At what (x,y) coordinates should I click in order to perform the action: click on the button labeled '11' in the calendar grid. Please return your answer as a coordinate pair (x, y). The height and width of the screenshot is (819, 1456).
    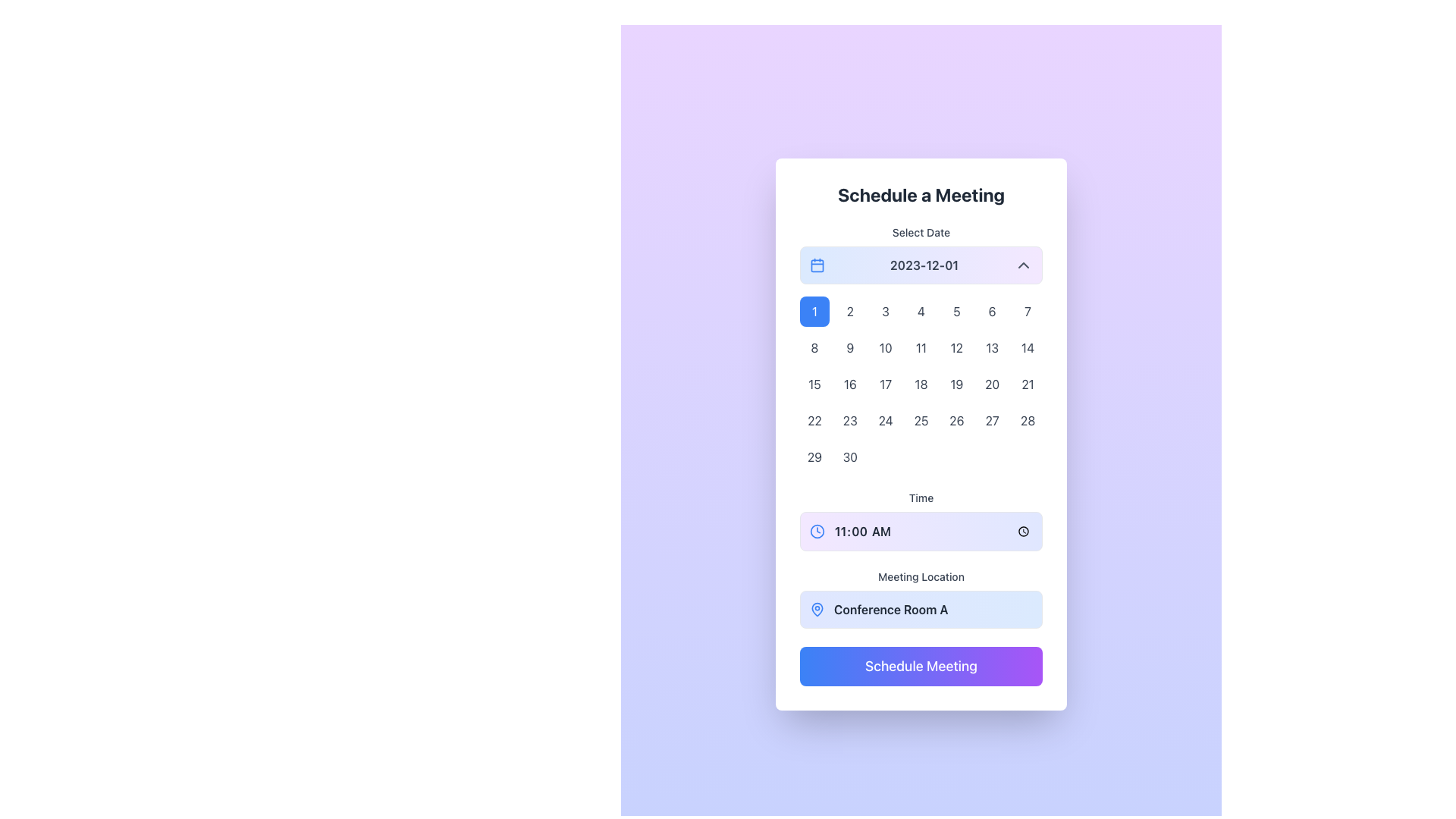
    Looking at the image, I should click on (920, 348).